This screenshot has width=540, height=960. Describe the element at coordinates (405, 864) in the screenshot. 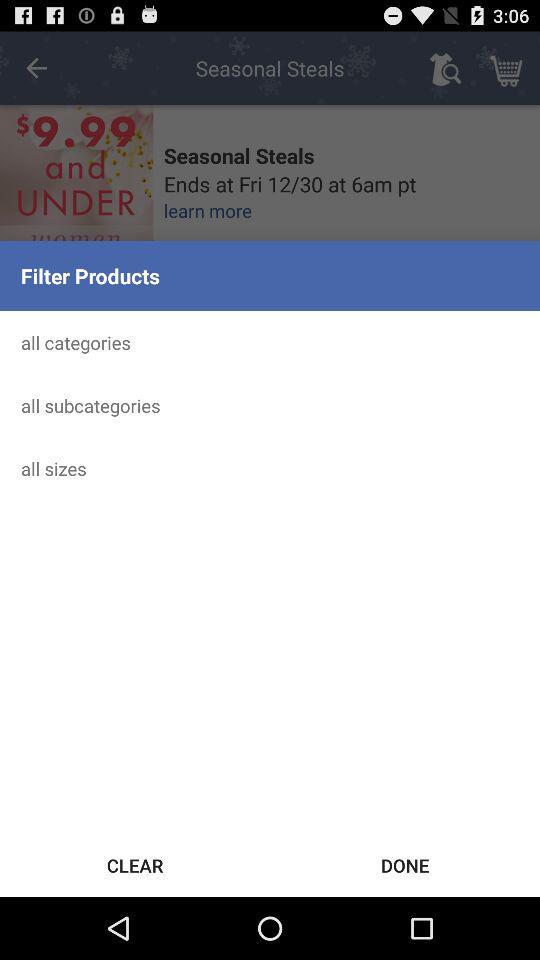

I see `the icon next to the clear icon` at that location.